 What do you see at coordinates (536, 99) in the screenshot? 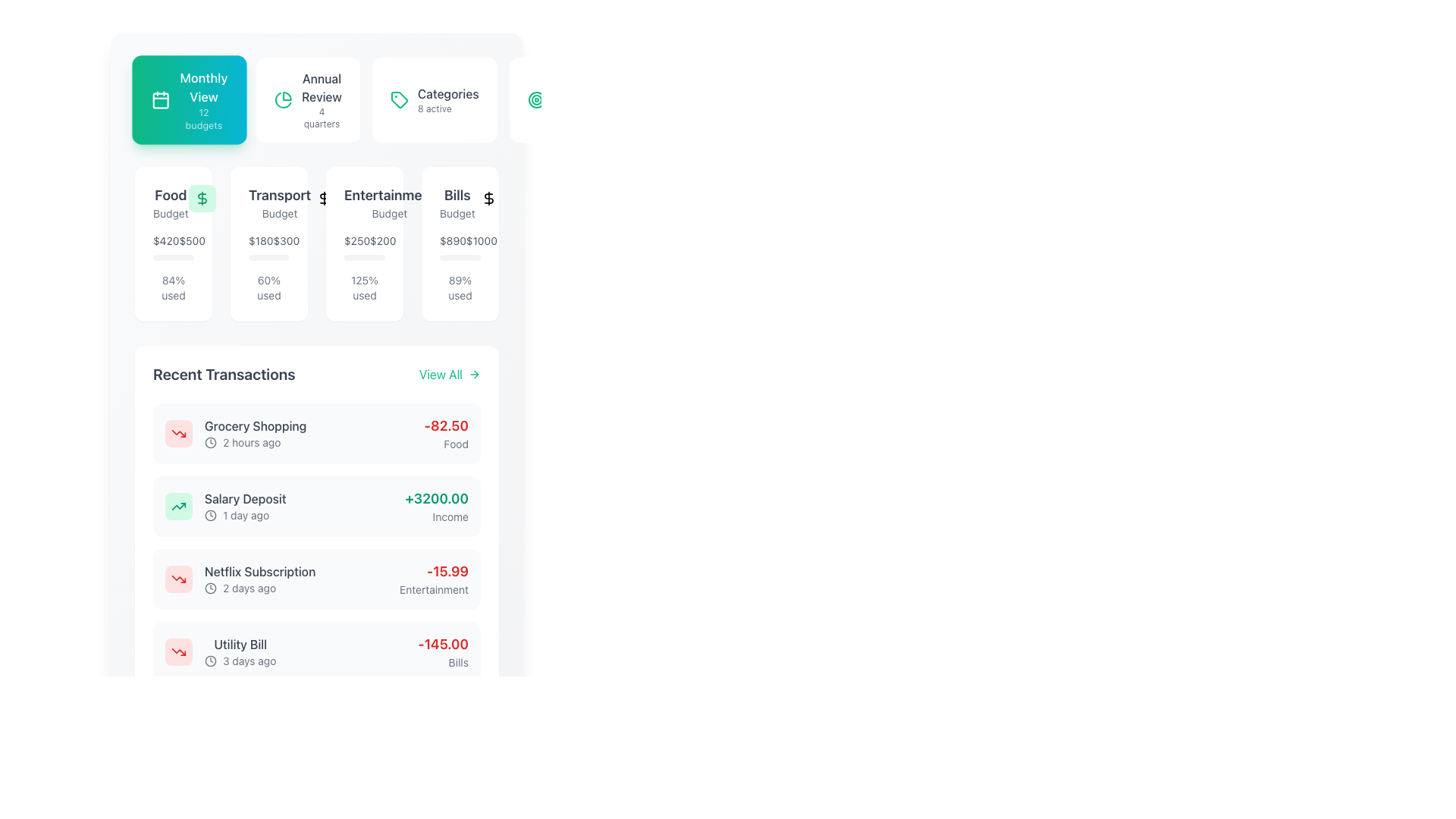
I see `the circular SVG icon with concentric rings styled in green, located to the left of the text 'Financial Goals'` at bounding box center [536, 99].